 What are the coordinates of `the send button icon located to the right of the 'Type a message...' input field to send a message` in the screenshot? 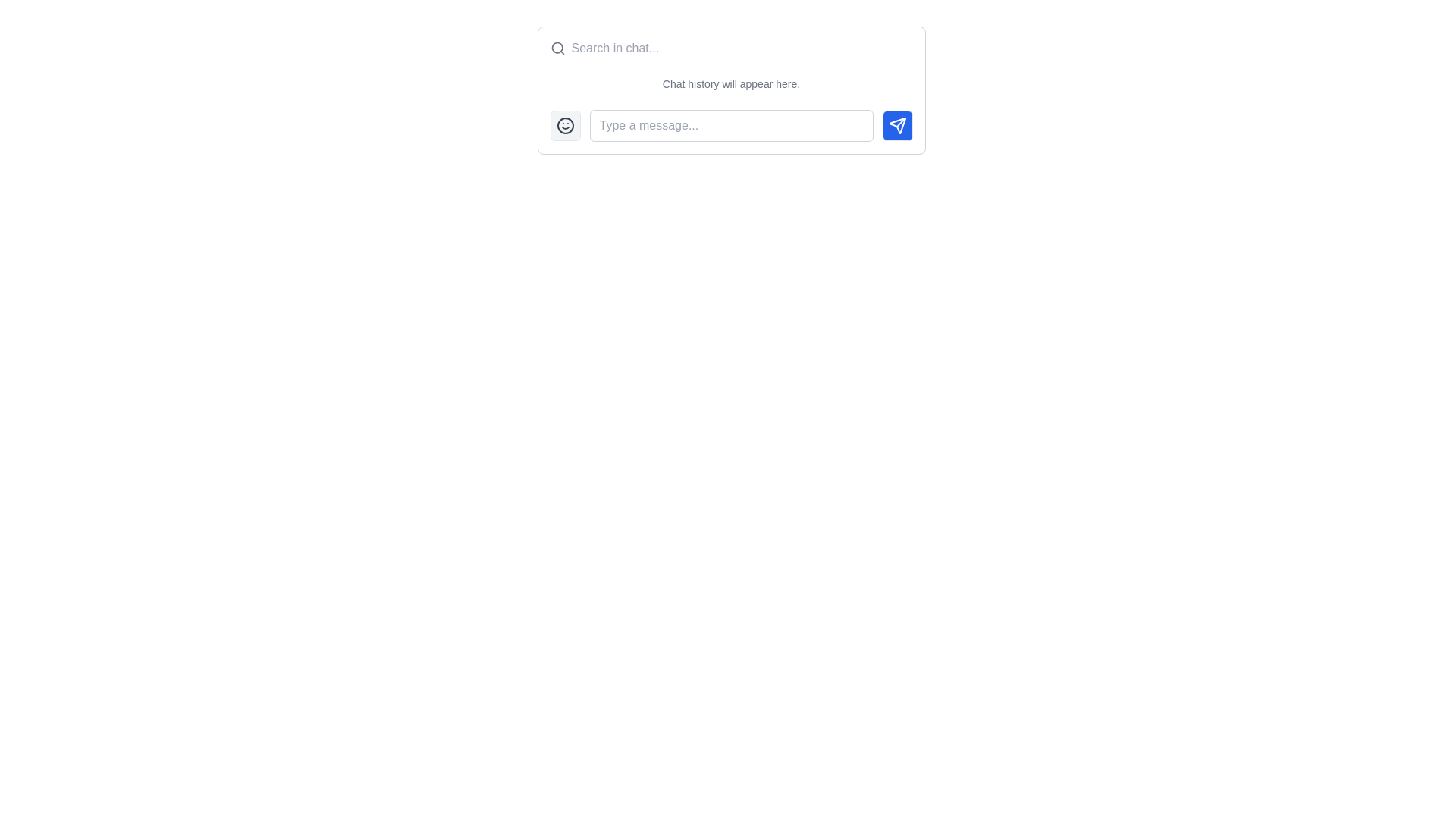 It's located at (897, 124).